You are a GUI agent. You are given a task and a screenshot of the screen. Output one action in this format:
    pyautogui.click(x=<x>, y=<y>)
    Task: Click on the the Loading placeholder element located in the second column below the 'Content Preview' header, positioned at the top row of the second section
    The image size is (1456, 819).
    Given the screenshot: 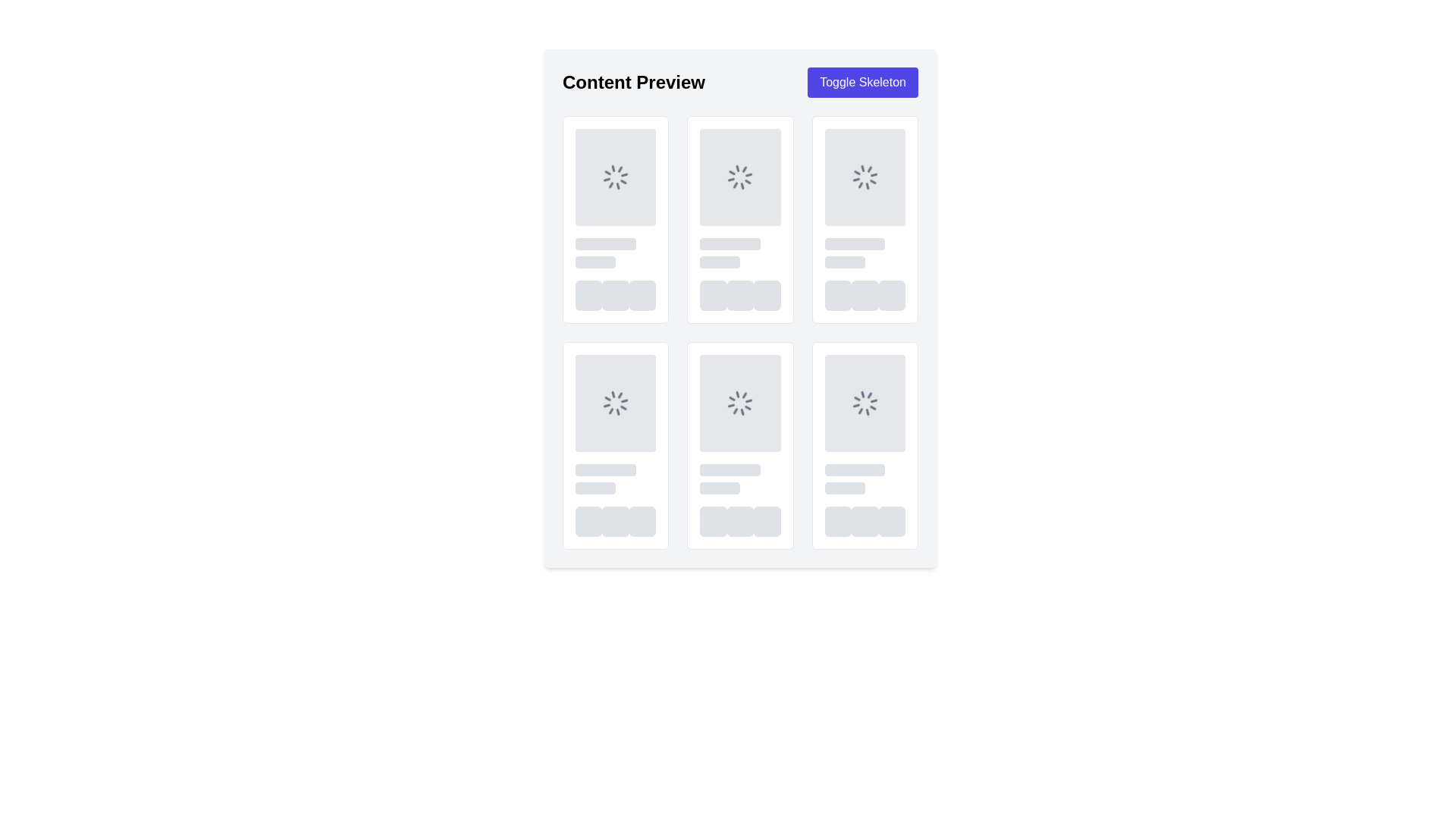 What is the action you would take?
    pyautogui.click(x=730, y=243)
    